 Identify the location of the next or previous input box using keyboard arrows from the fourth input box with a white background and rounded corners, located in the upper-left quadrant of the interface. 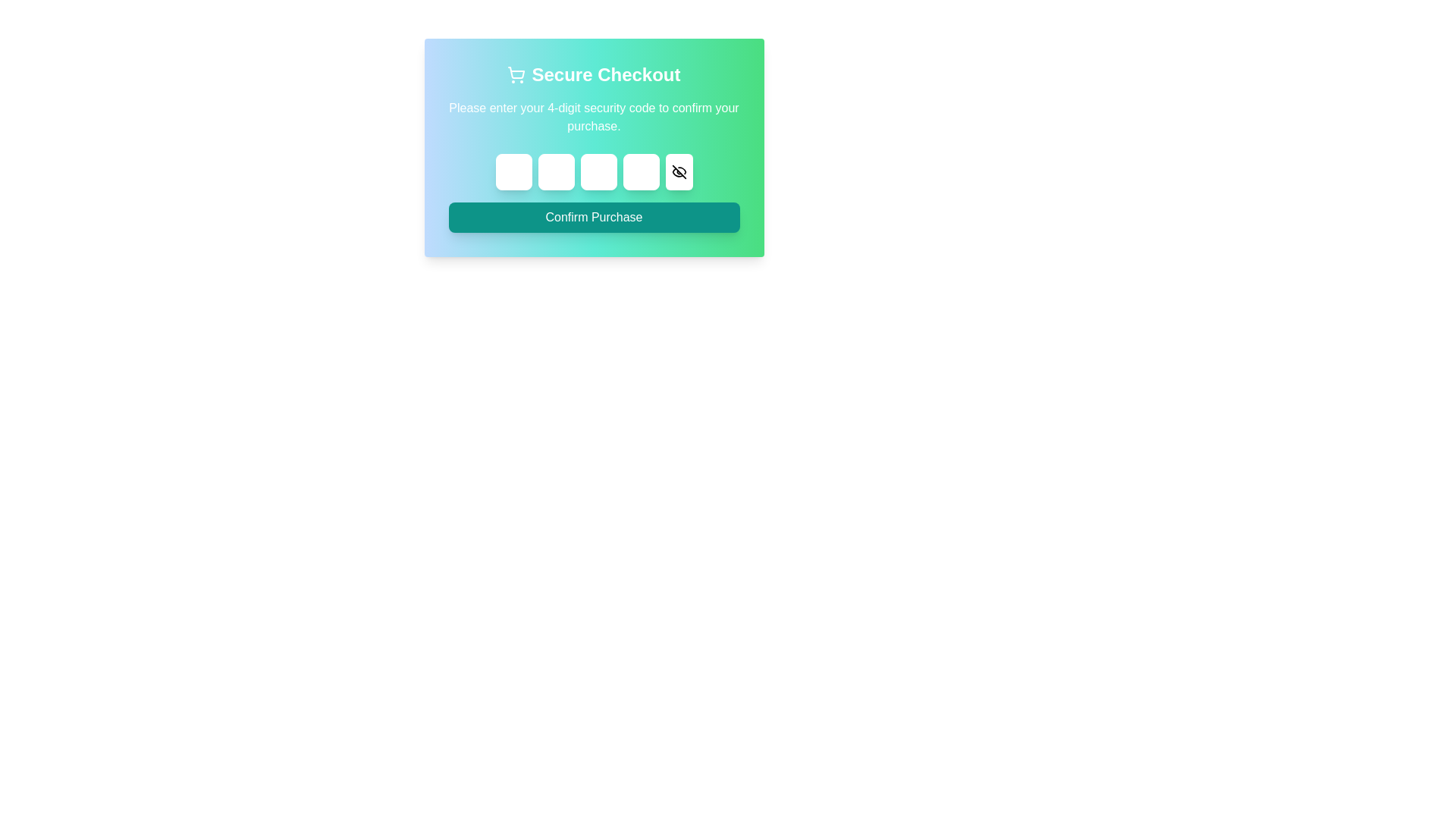
(641, 171).